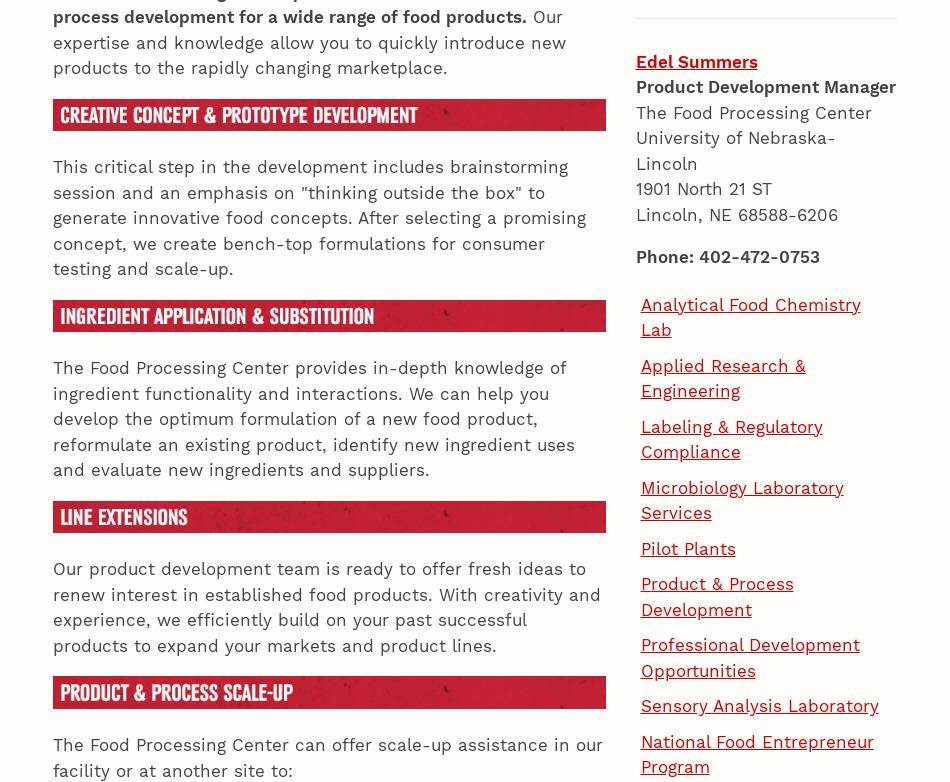  I want to click on 'Solve issues in a smaller dimension to save you time and money.', so click(325, 571).